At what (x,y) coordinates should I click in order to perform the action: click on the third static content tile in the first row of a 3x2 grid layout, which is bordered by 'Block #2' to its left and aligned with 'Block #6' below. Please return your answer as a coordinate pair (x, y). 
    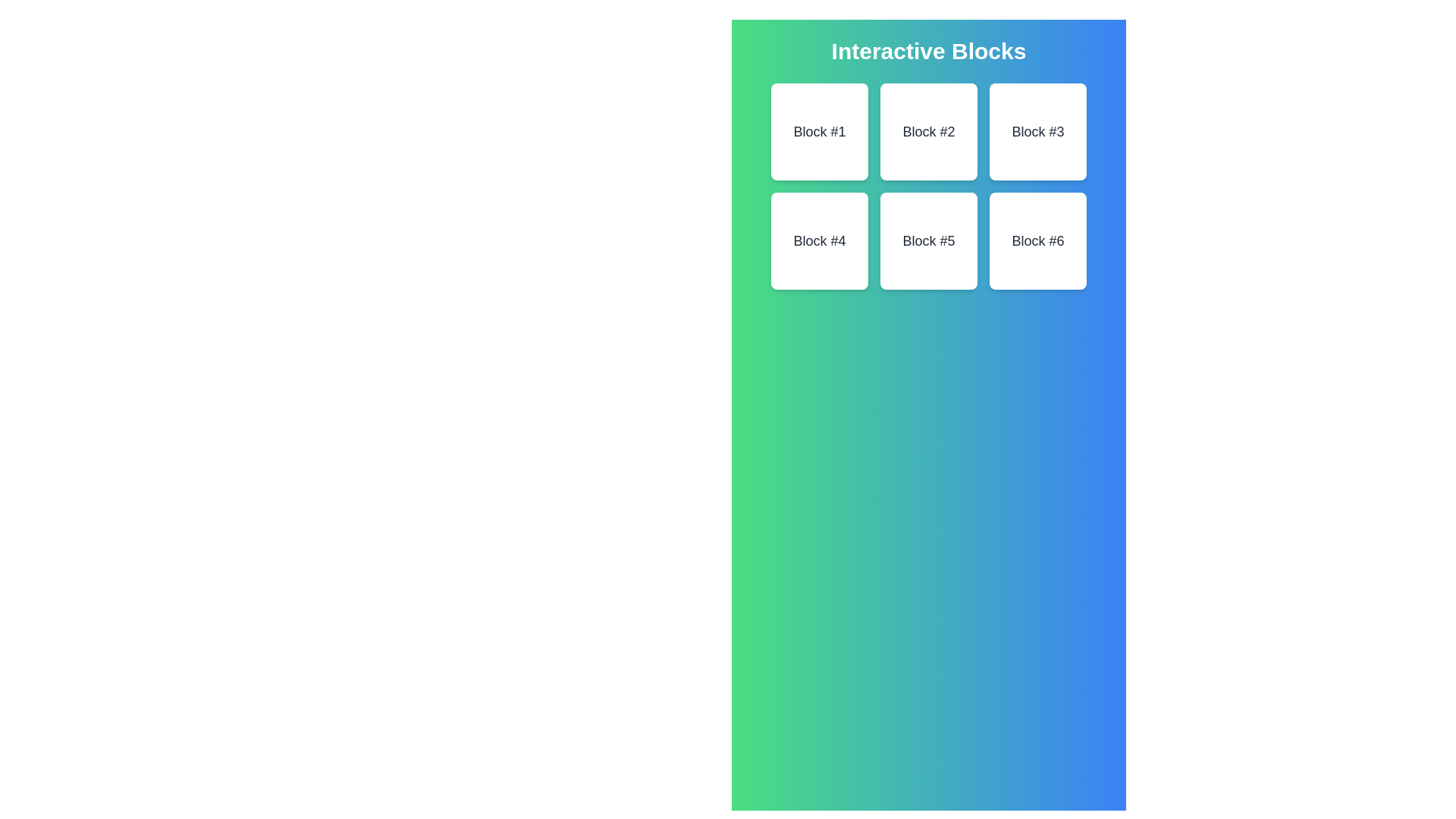
    Looking at the image, I should click on (1037, 130).